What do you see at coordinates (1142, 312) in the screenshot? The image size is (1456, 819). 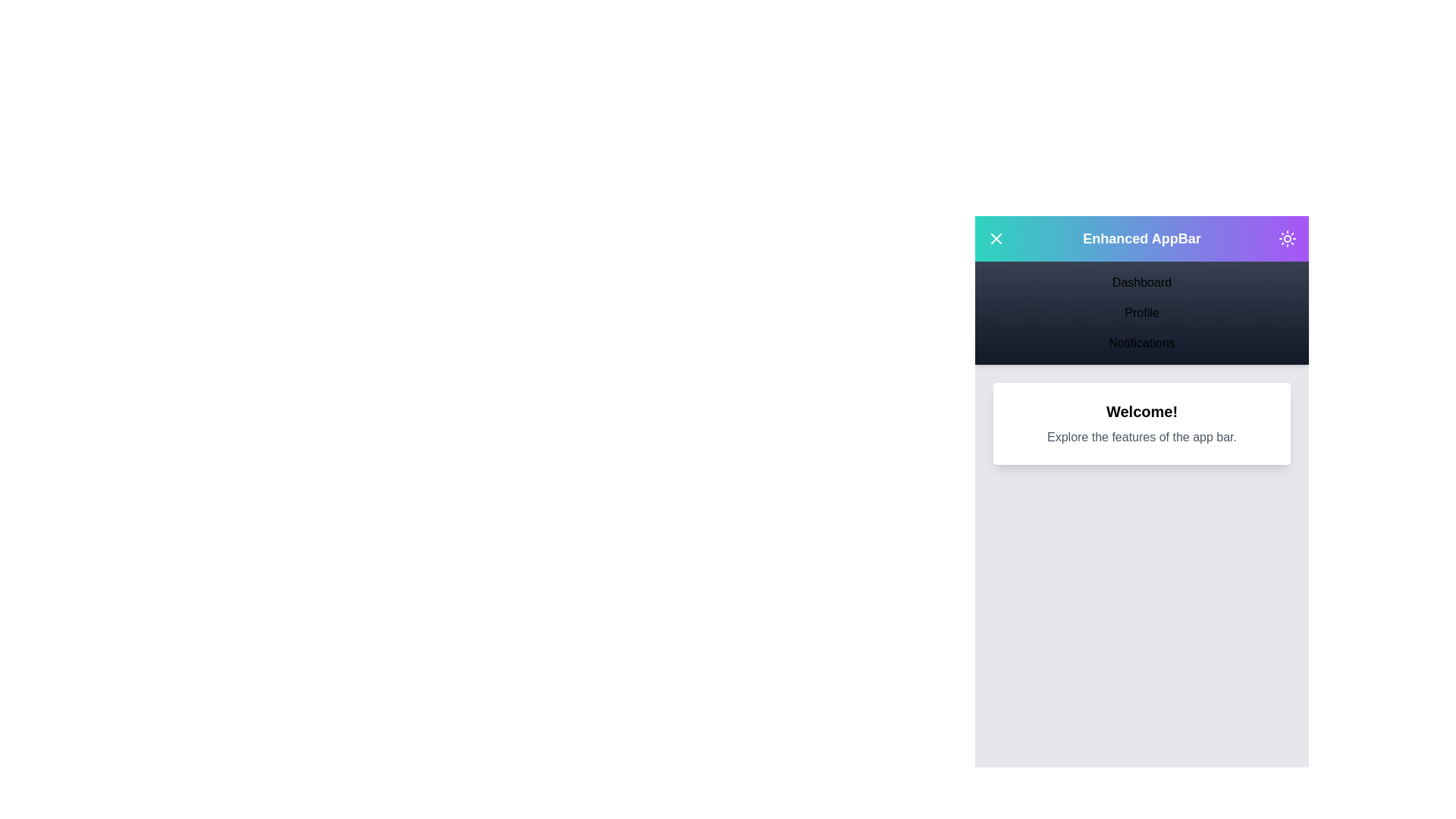 I see `the menu item Profile to navigate to the corresponding section` at bounding box center [1142, 312].